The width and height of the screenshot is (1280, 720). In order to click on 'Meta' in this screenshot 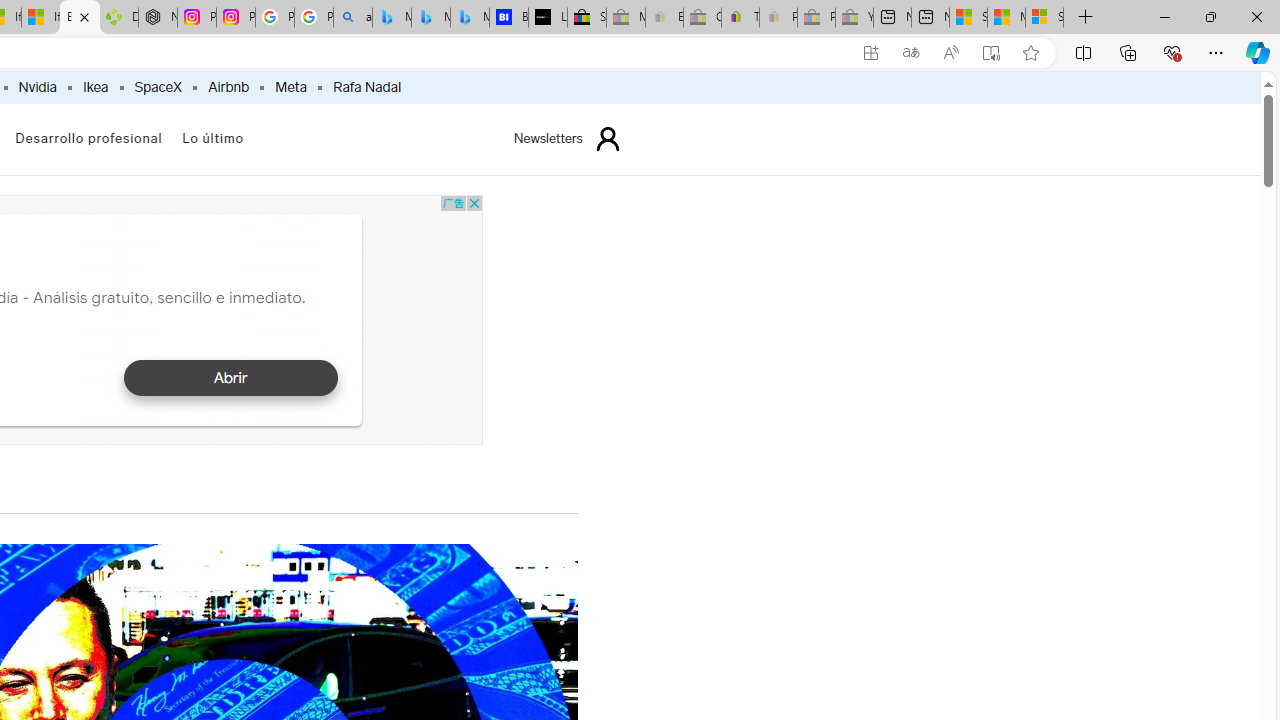, I will do `click(290, 87)`.